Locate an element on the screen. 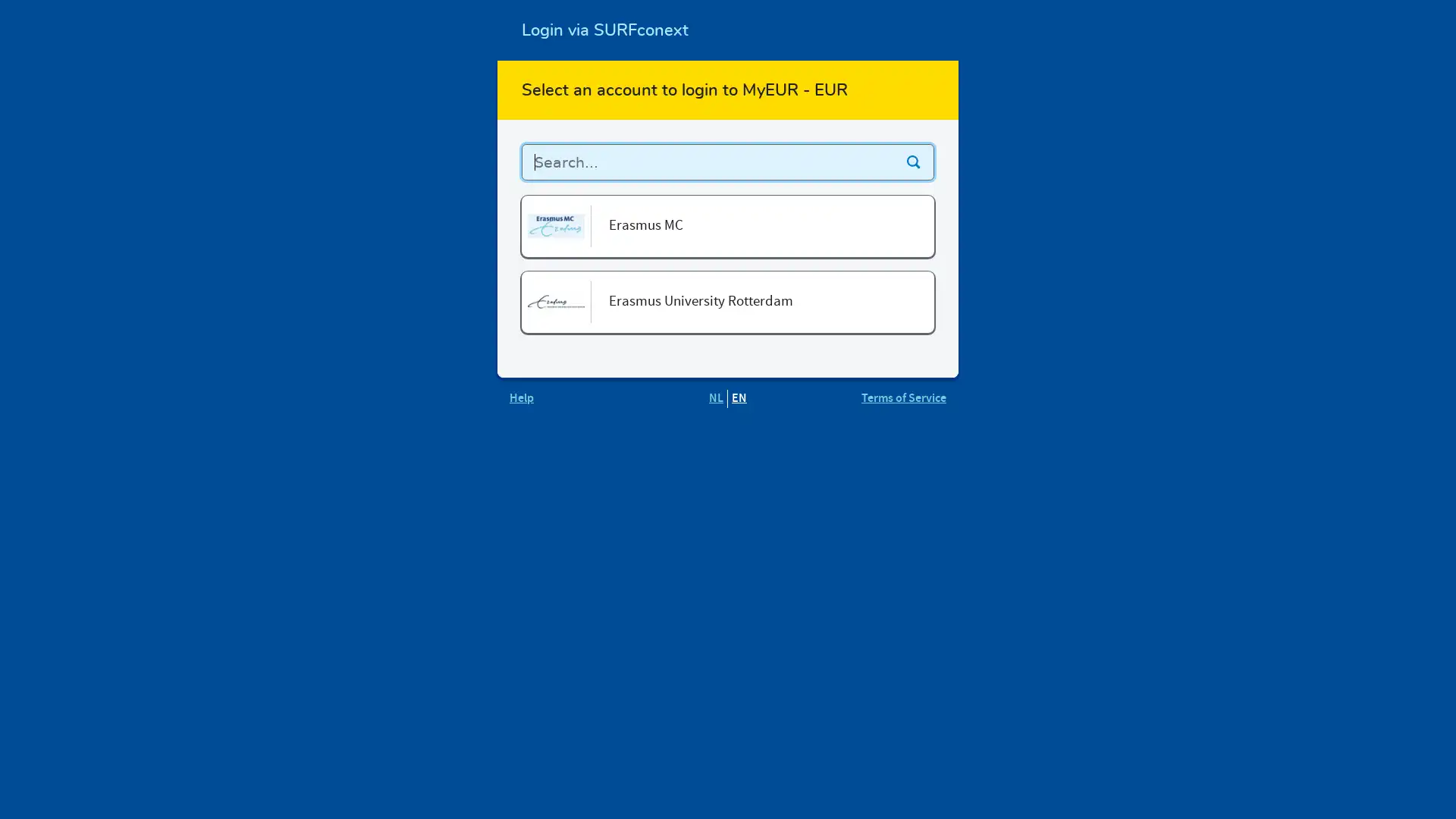  Login is located at coordinates (891, 239).